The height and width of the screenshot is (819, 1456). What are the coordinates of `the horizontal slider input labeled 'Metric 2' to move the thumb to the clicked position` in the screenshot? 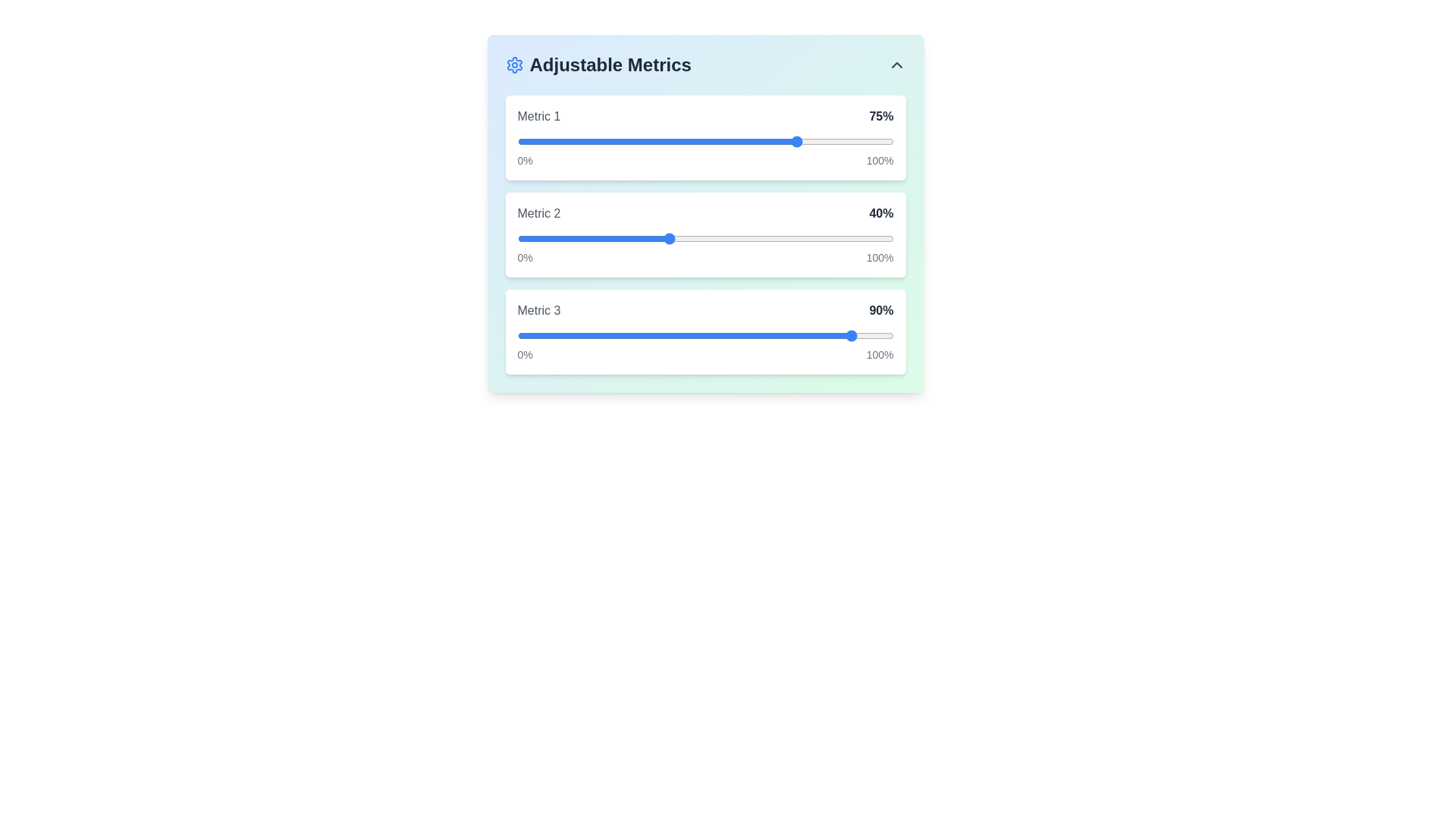 It's located at (704, 234).